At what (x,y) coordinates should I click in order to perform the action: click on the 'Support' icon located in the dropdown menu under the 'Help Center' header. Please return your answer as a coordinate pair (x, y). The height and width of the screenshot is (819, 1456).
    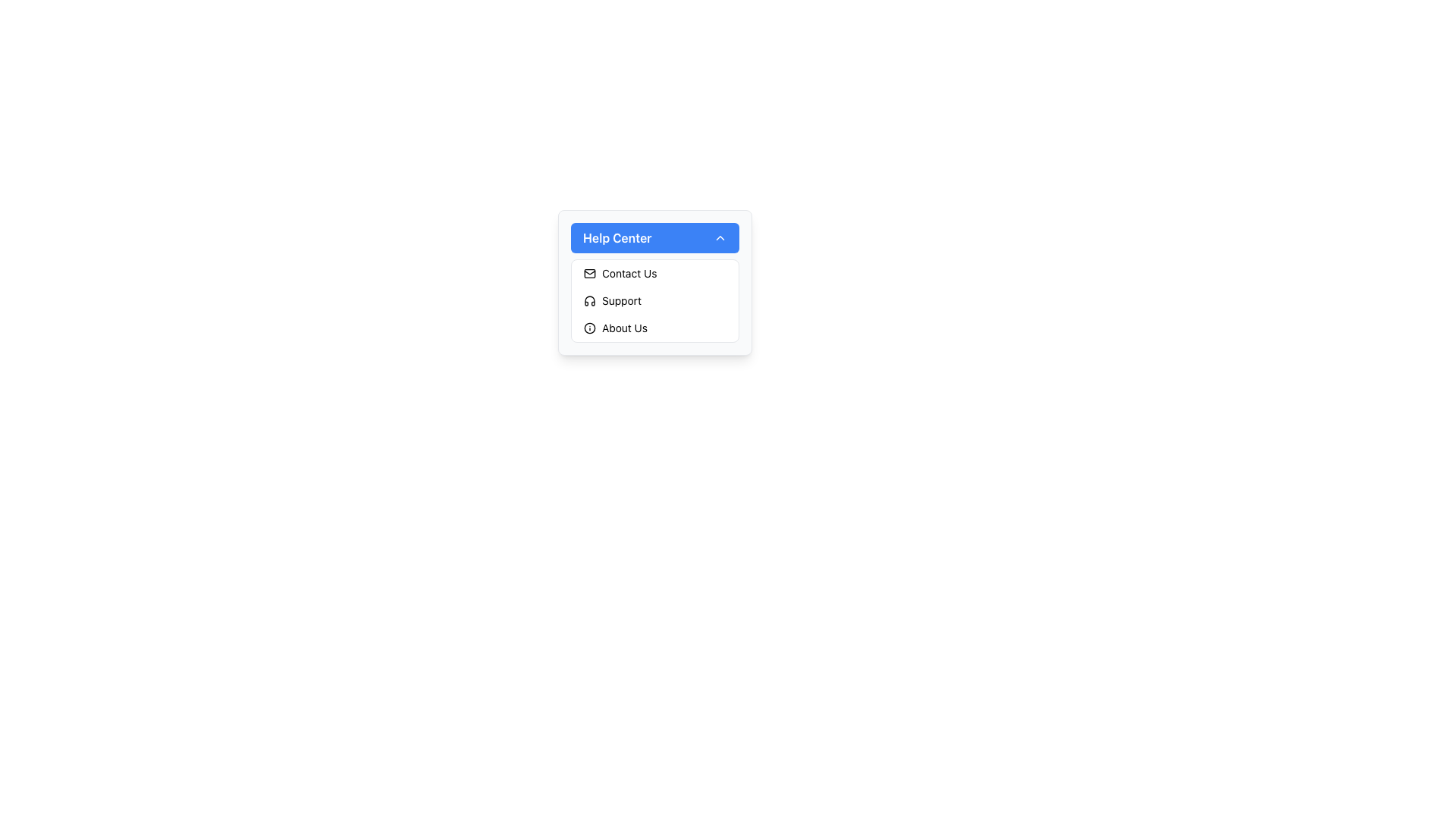
    Looking at the image, I should click on (588, 301).